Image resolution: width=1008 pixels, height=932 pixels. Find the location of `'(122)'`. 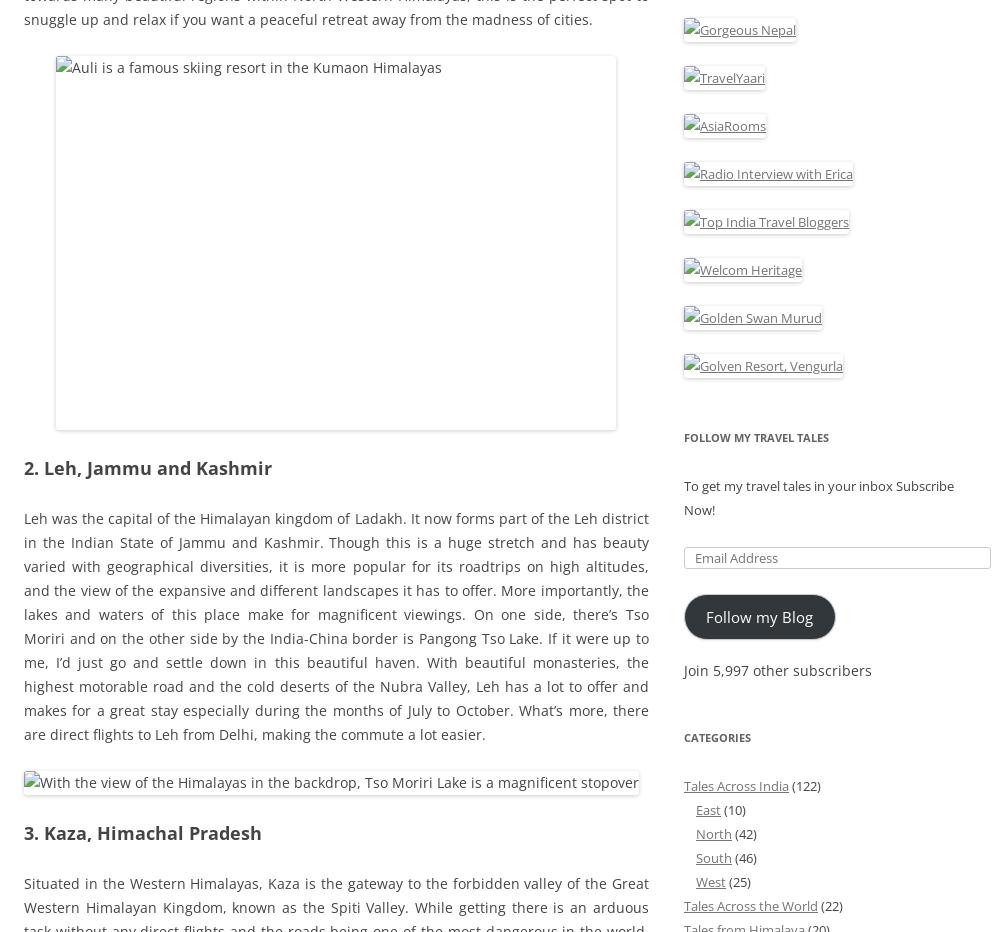

'(122)' is located at coordinates (804, 785).